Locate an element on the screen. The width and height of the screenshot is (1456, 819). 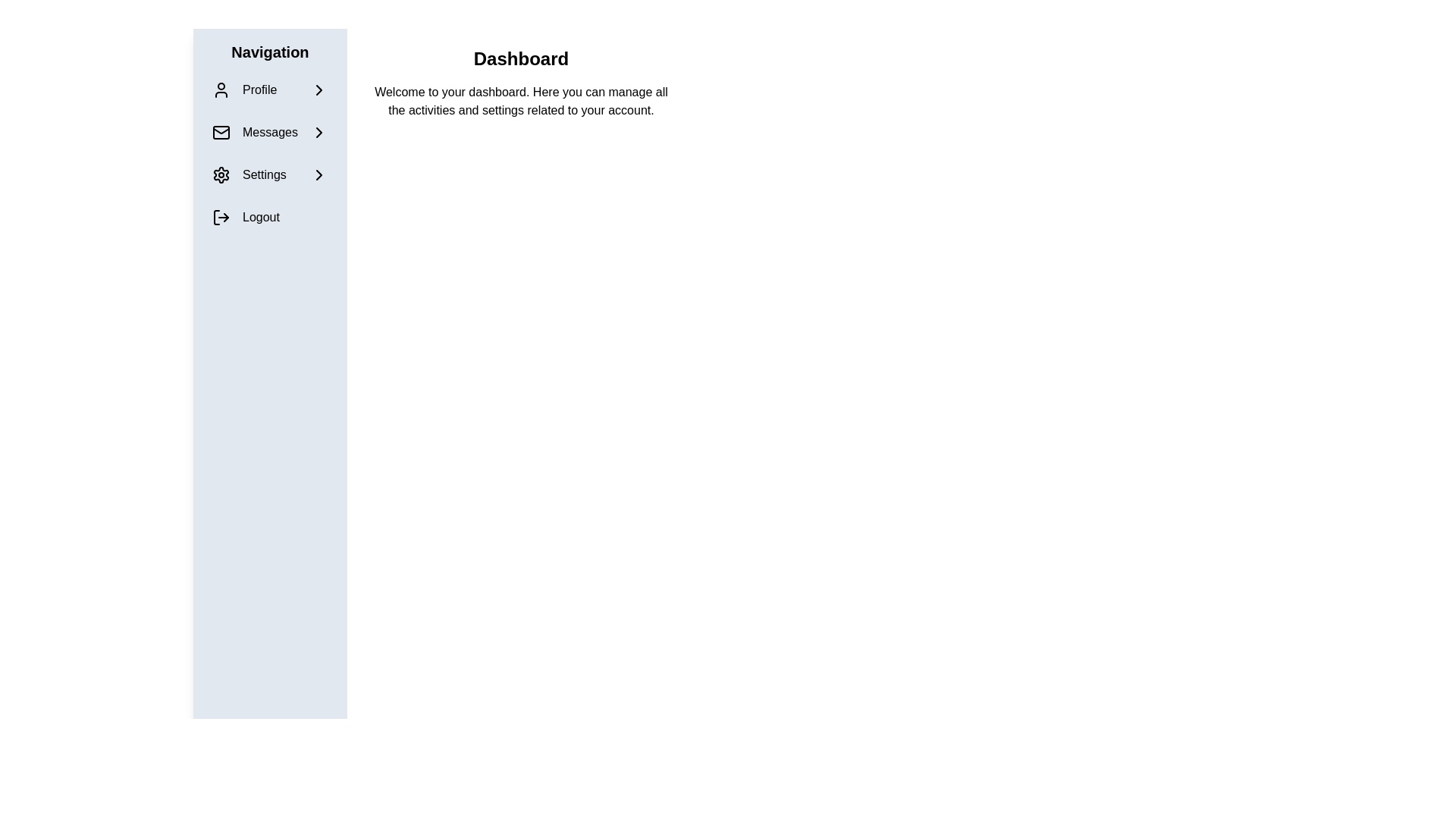
the 'Messages' menu option, which is the second item in the vertical navigation menu located on the left-hand side, positioned between the 'Profile' and 'Settings' options is located at coordinates (270, 131).